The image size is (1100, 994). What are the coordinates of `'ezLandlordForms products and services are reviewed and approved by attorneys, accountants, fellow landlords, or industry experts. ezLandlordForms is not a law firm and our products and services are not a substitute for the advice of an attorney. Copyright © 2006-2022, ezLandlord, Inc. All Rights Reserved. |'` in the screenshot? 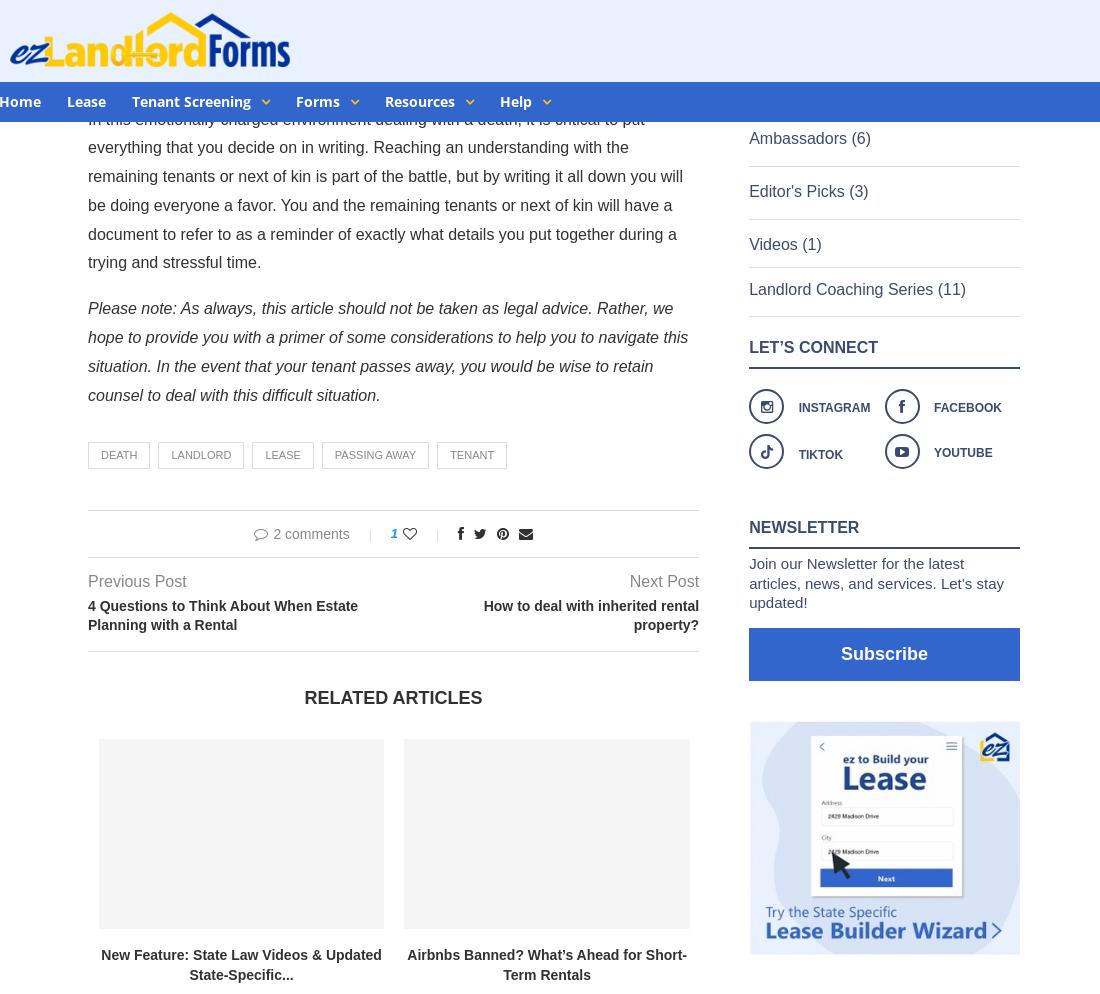 It's located at (19, 895).